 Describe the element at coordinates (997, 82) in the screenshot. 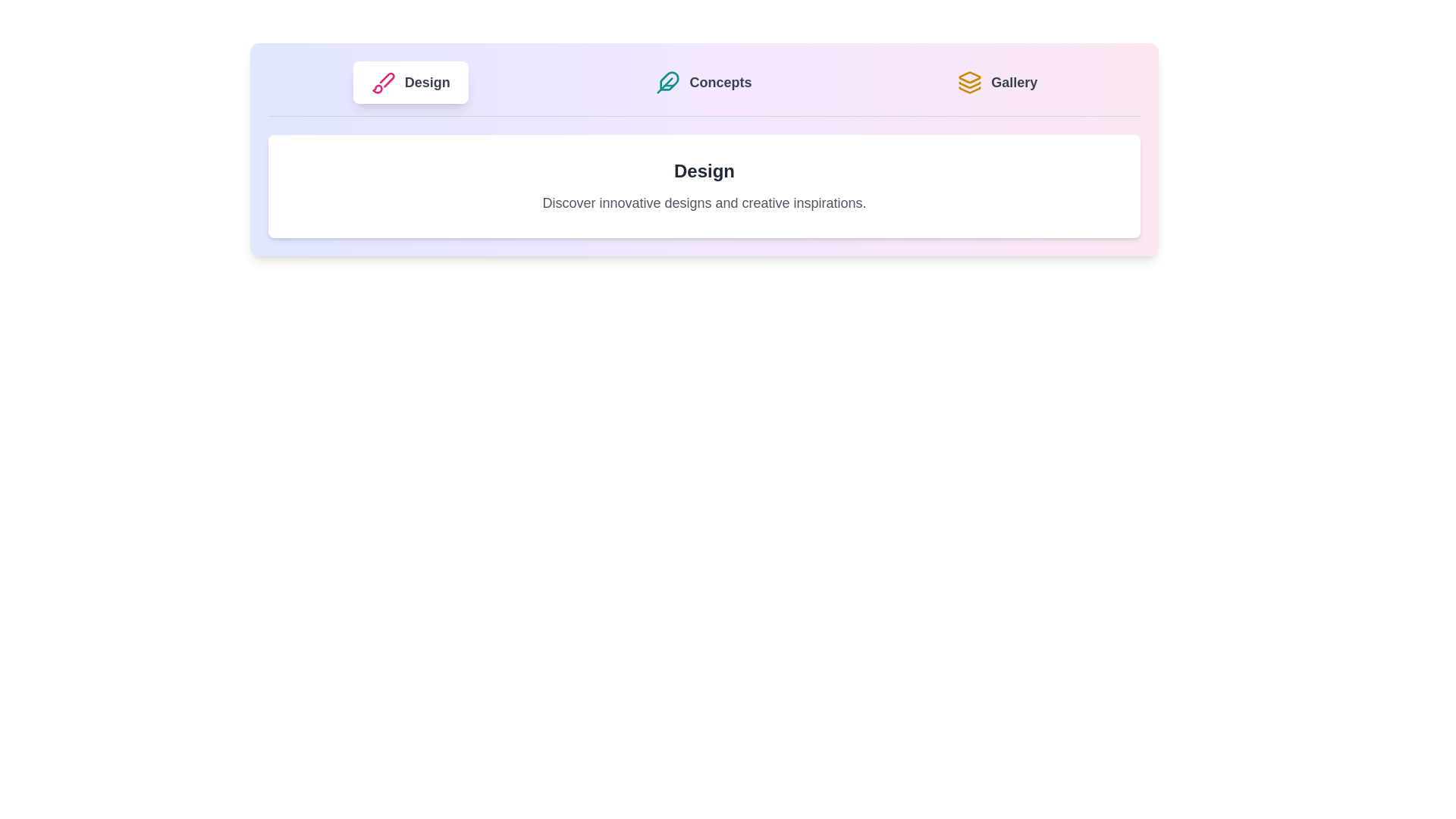

I see `the tab labeled Gallery to view its content` at that location.